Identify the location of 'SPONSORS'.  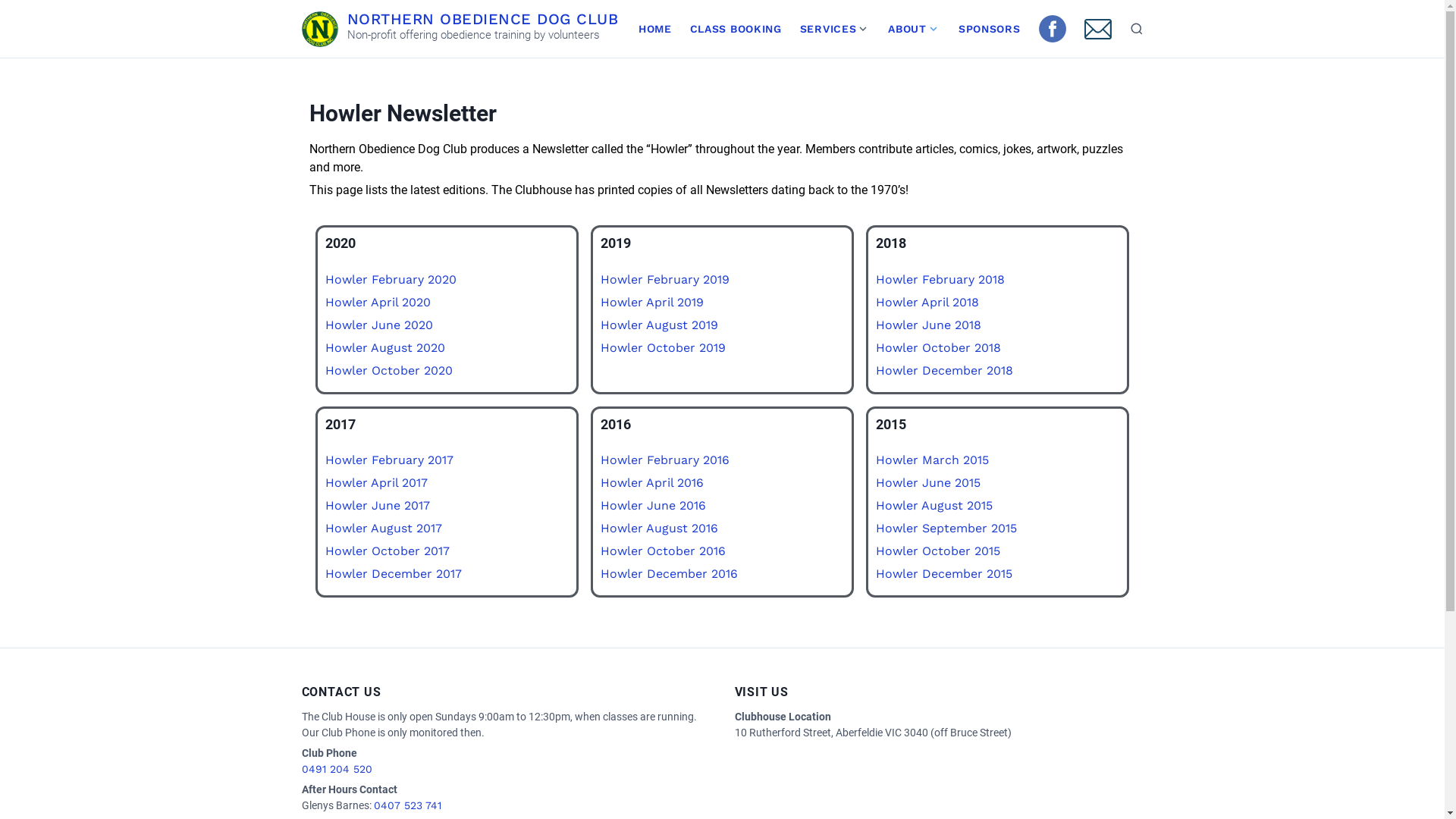
(990, 29).